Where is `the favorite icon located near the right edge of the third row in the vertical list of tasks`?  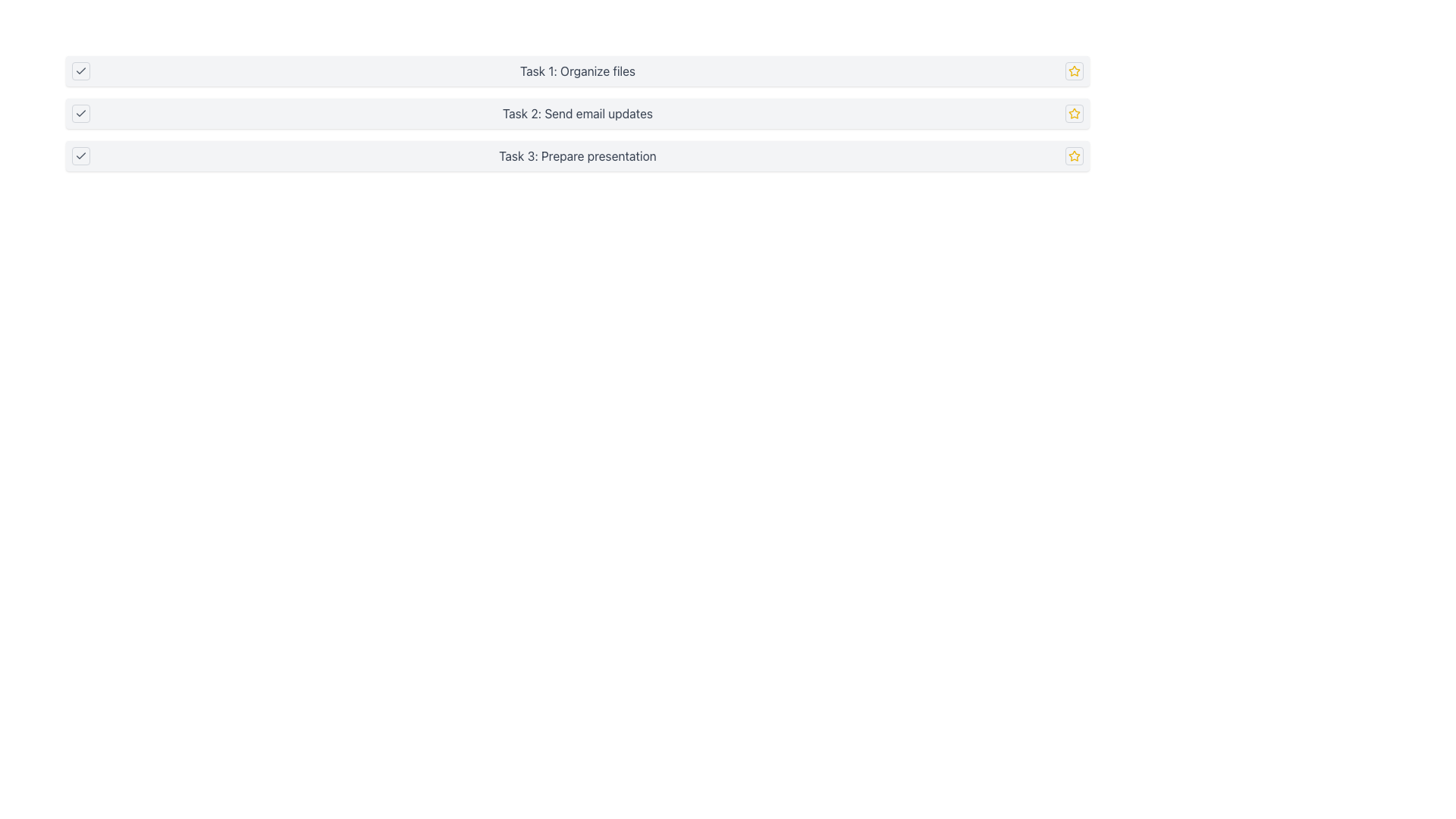 the favorite icon located near the right edge of the third row in the vertical list of tasks is located at coordinates (1073, 155).